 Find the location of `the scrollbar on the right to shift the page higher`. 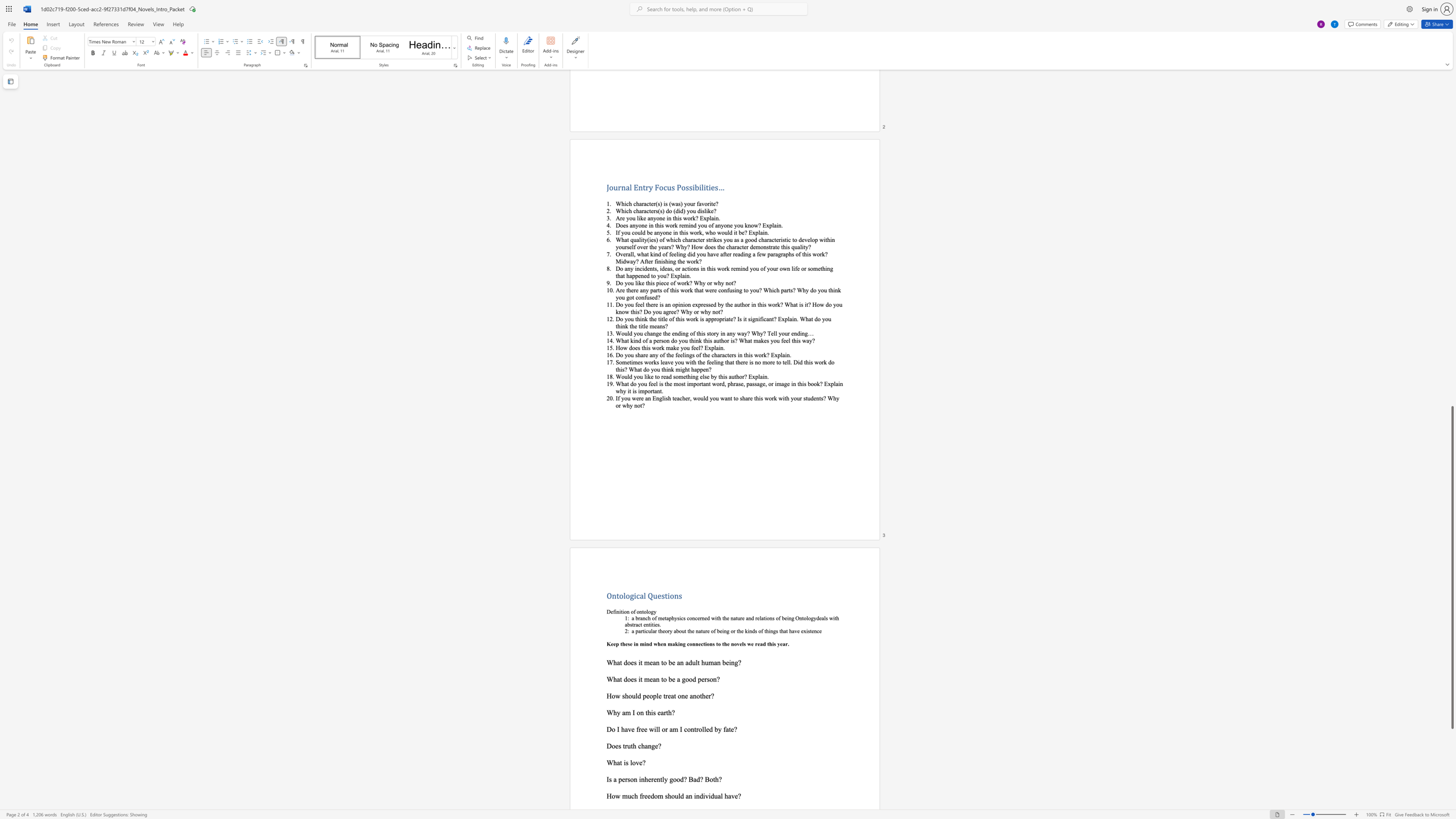

the scrollbar on the right to shift the page higher is located at coordinates (1451, 125).